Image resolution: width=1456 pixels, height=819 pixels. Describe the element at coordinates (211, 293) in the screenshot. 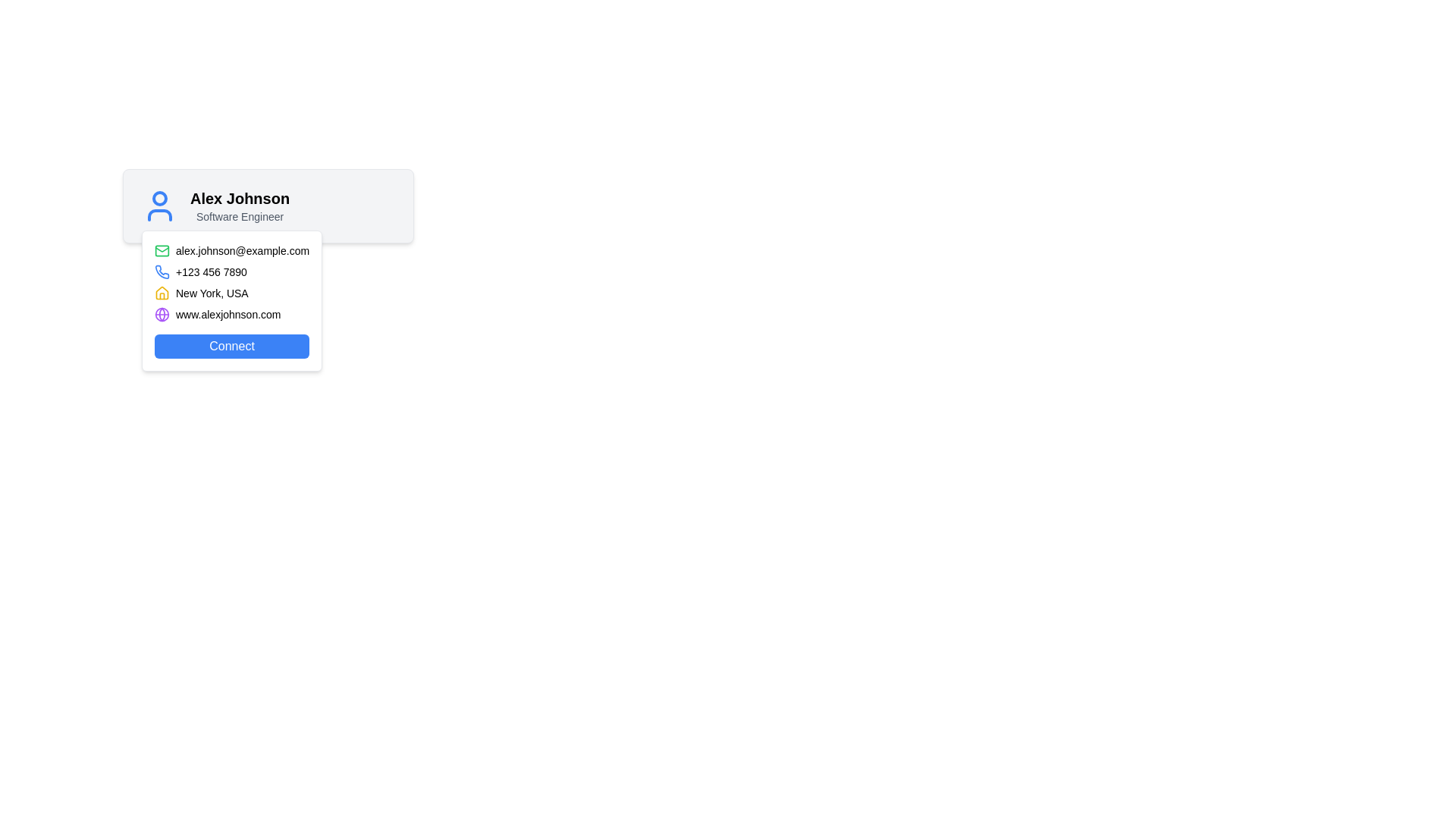

I see `the location information label associated with the user profile card, which is positioned as the third row under a house icon in a detail card` at that location.